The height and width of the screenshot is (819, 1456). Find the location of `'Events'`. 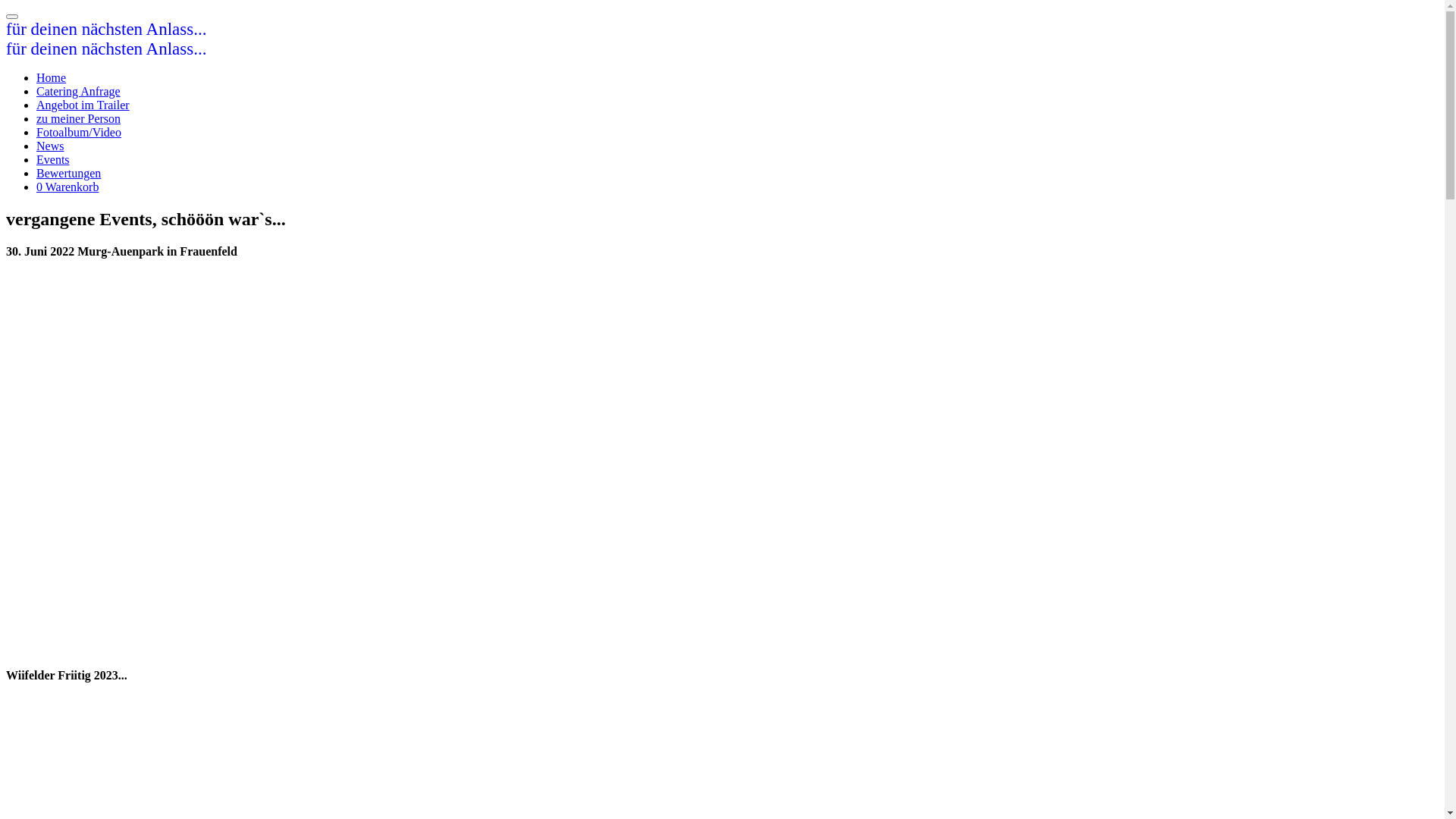

'Events' is located at coordinates (53, 159).